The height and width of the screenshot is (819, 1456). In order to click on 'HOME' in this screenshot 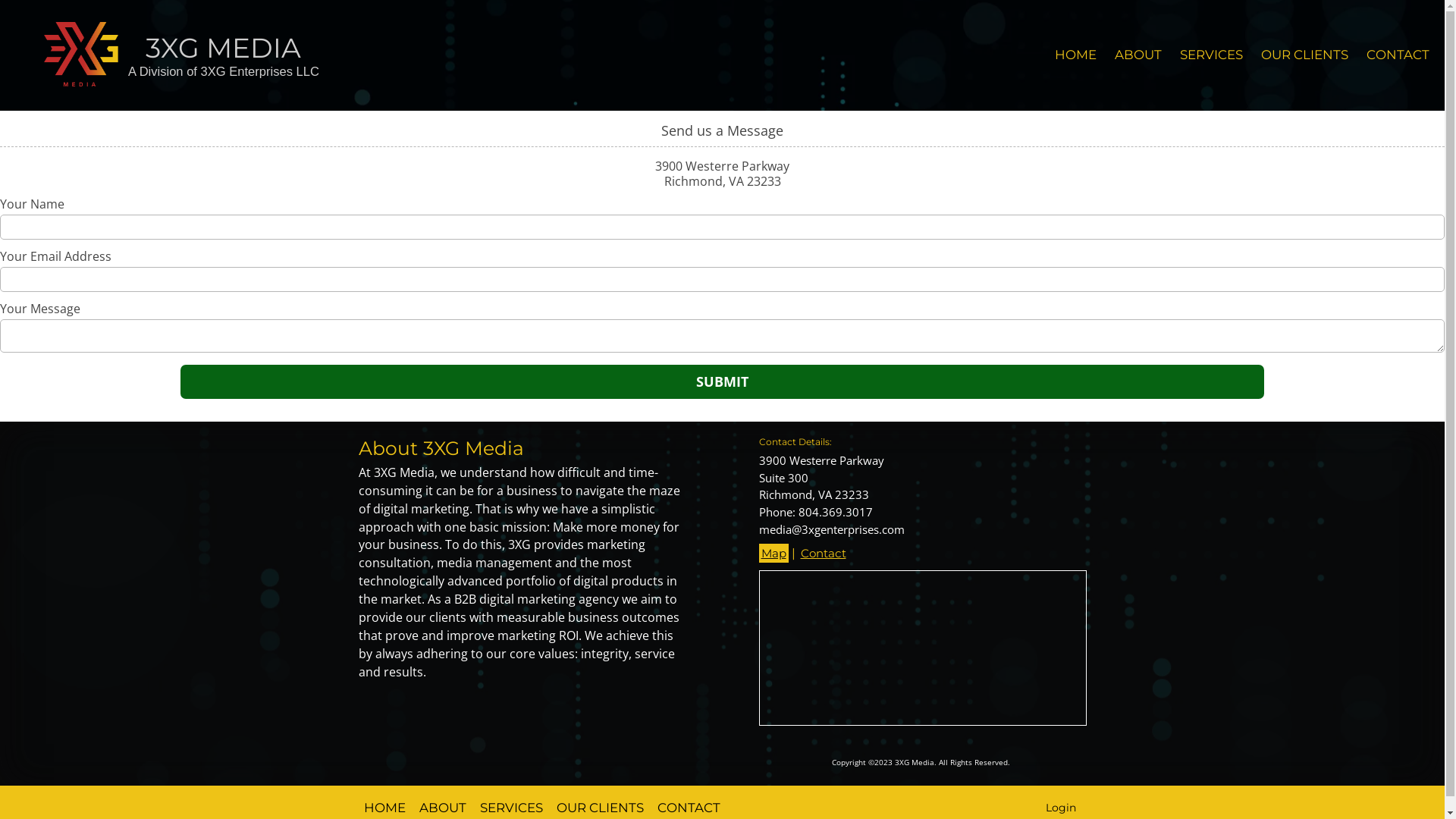, I will do `click(1075, 55)`.